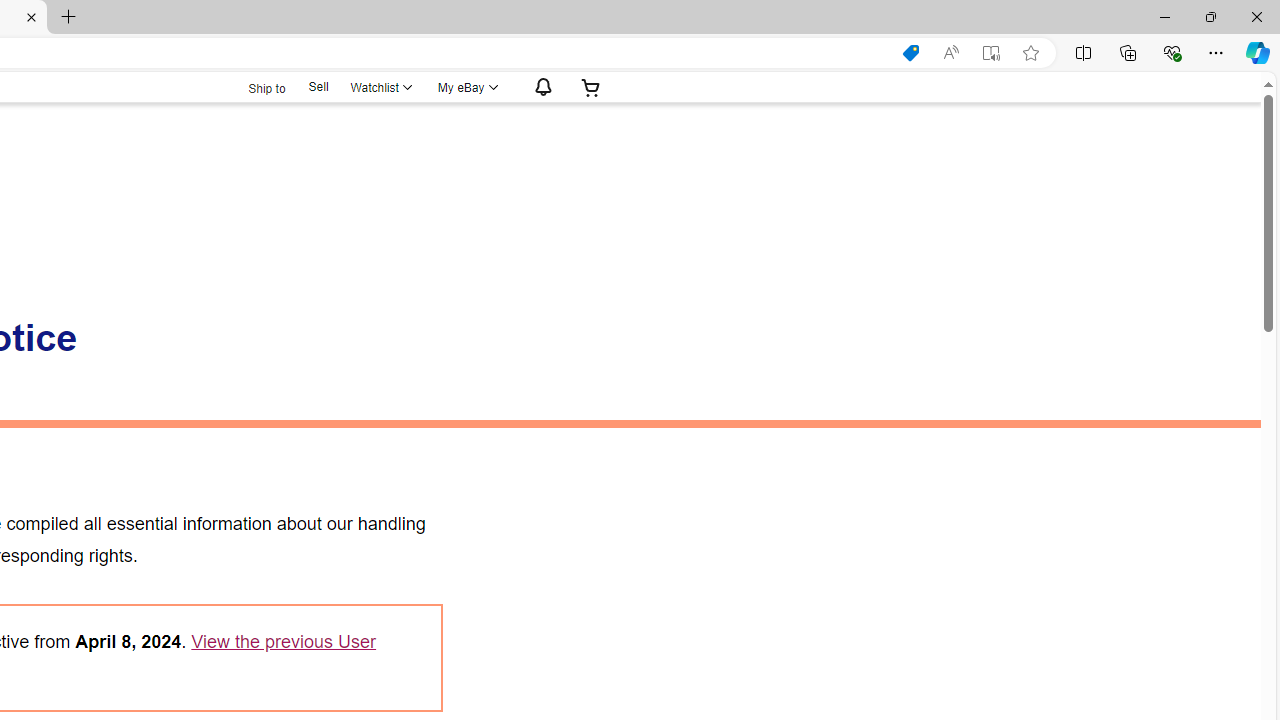 This screenshot has width=1280, height=720. Describe the element at coordinates (380, 86) in the screenshot. I see `'WatchlistExpand Watch List'` at that location.